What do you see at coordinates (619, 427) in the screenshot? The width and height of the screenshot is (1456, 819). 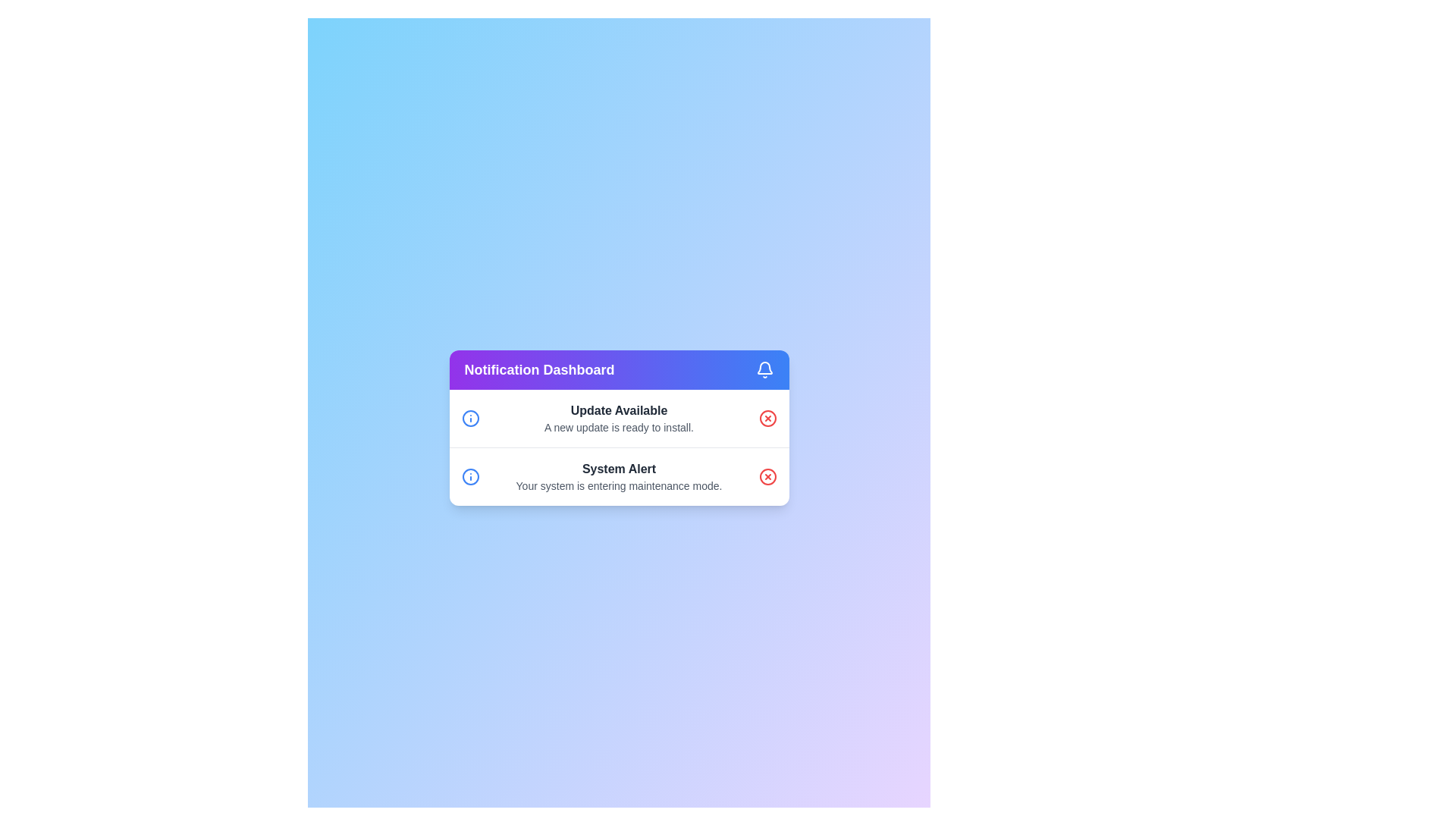 I see `the text label providing additional information for the notification 'Update Available', which is located beneath the heading and above the 'System Alert' notification` at bounding box center [619, 427].